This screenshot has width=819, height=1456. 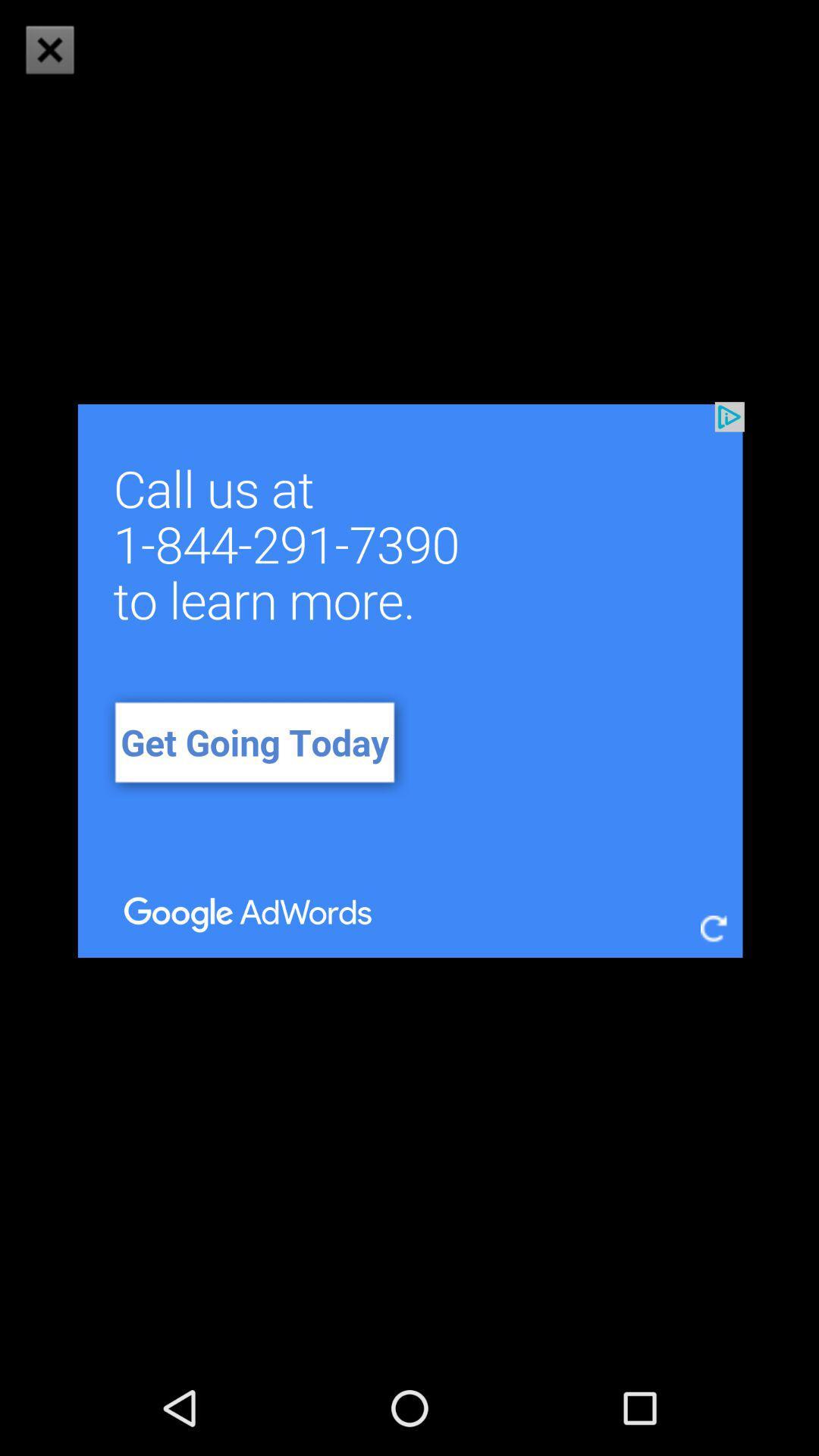 I want to click on the close icon, so click(x=49, y=53).